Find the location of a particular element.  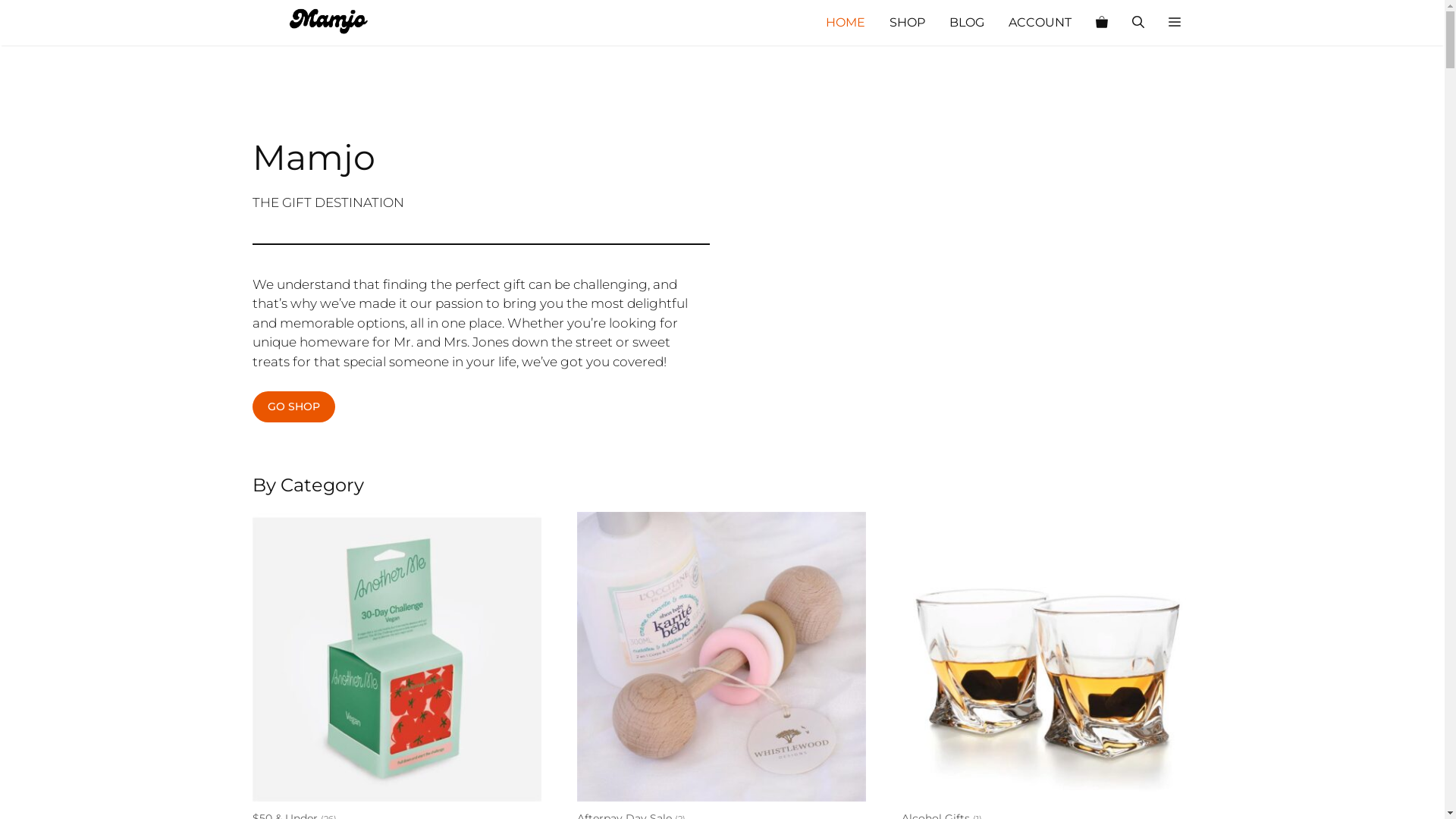

'Mamjo' is located at coordinates (327, 23).